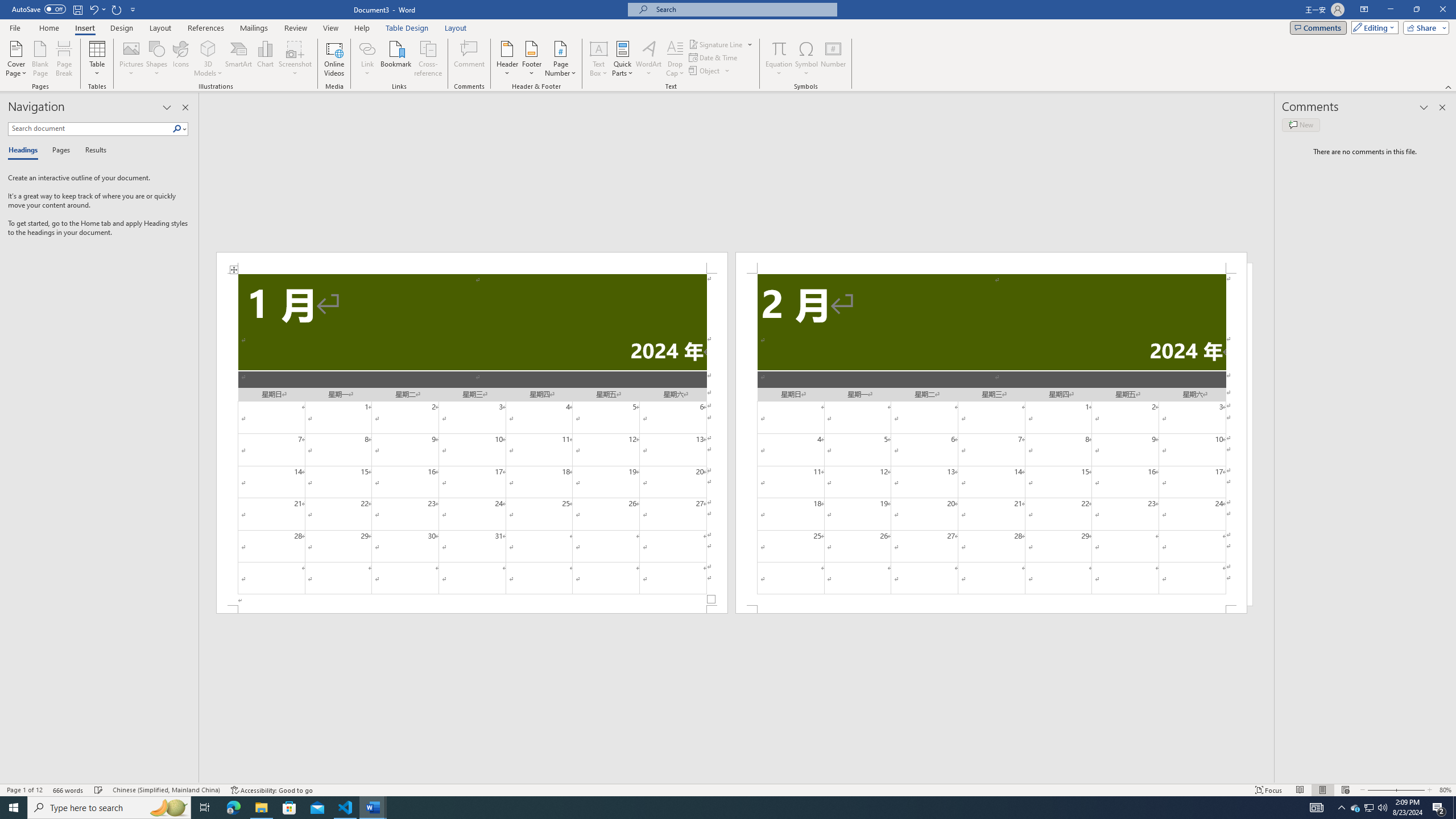 The height and width of the screenshot is (819, 1456). I want to click on 'Web Layout', so click(1345, 790).